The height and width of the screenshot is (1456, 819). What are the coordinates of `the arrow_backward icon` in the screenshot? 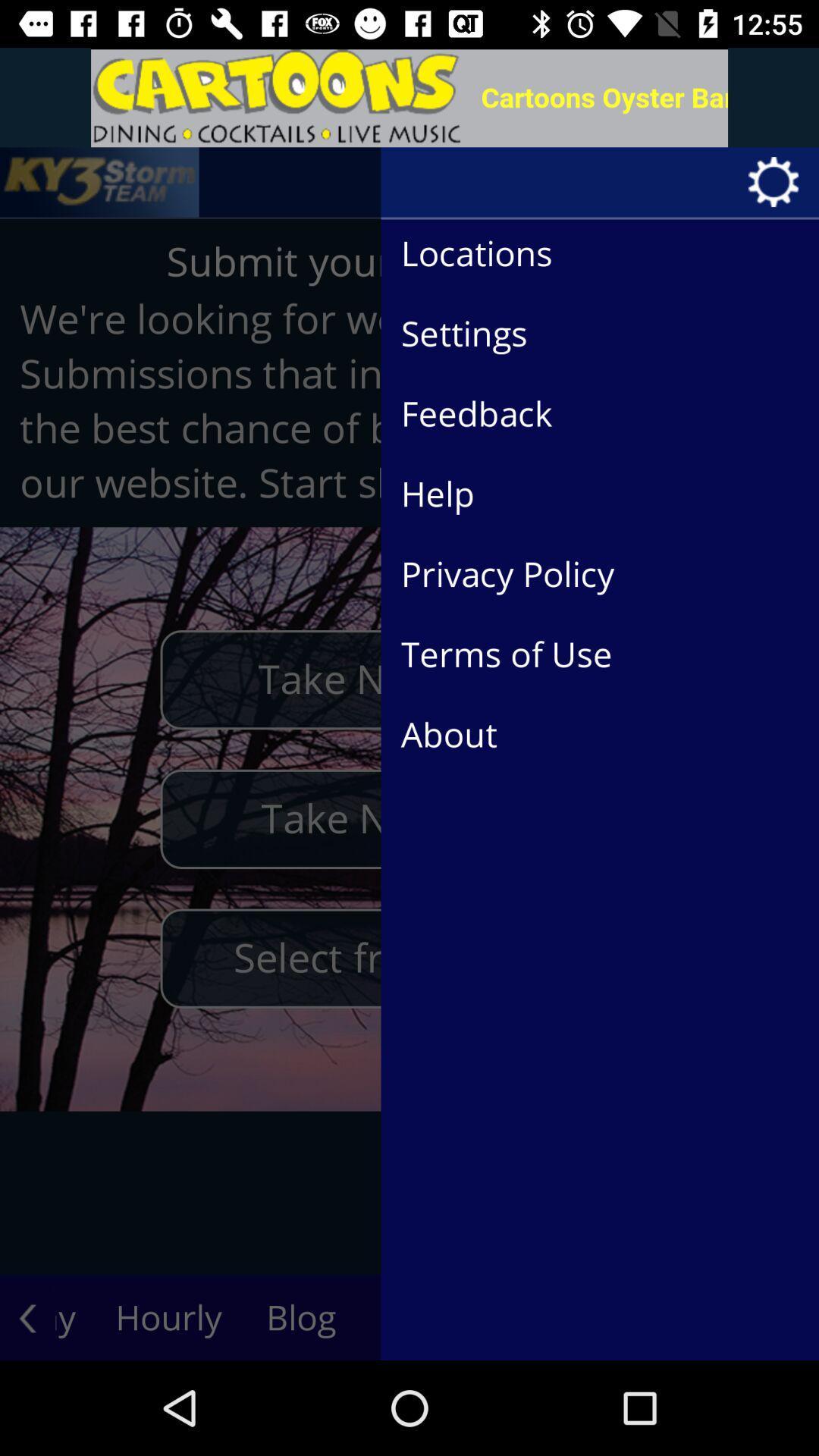 It's located at (27, 1317).